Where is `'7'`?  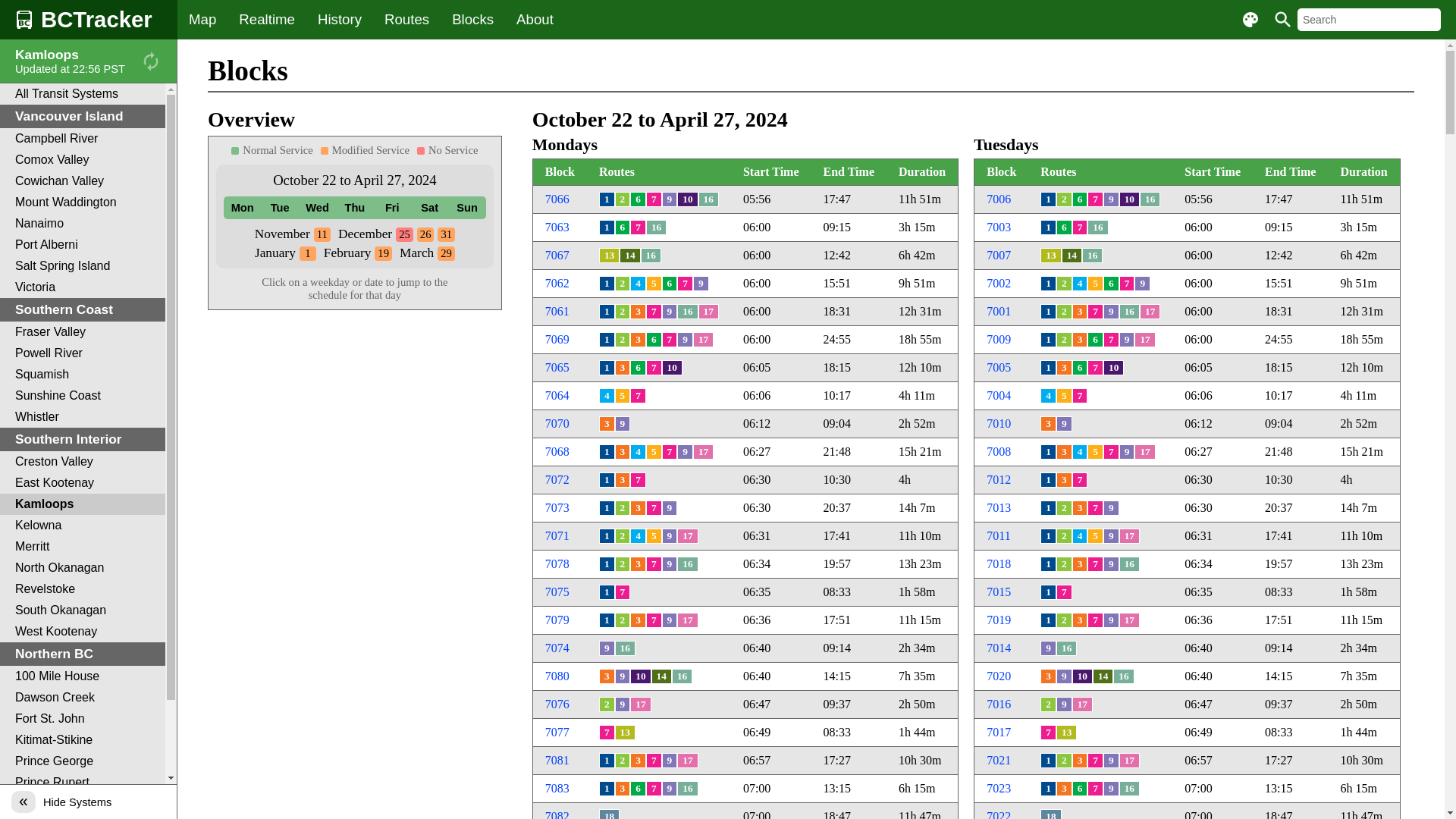
'7' is located at coordinates (654, 564).